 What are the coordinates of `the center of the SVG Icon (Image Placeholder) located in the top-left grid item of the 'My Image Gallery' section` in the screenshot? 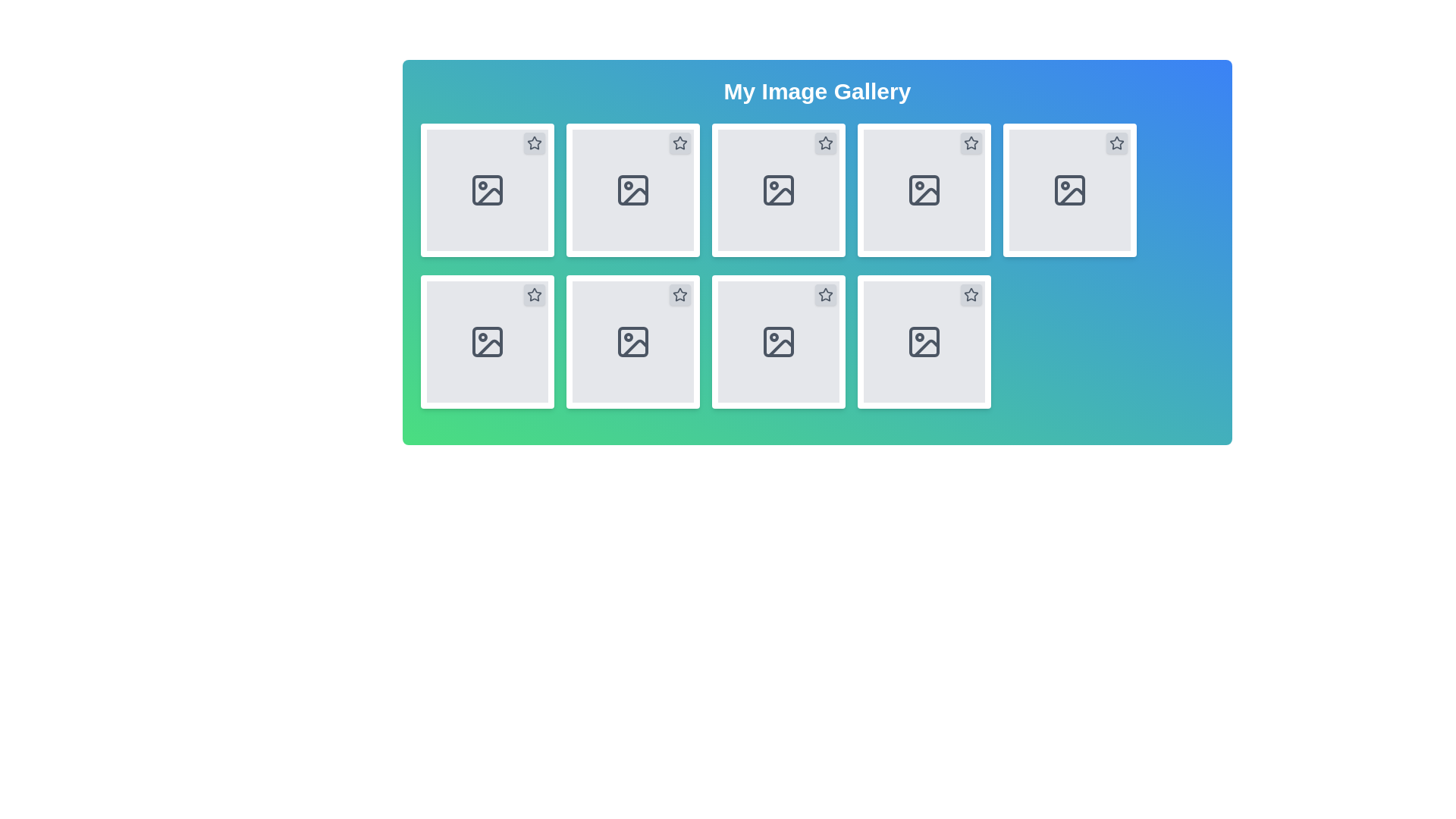 It's located at (488, 189).